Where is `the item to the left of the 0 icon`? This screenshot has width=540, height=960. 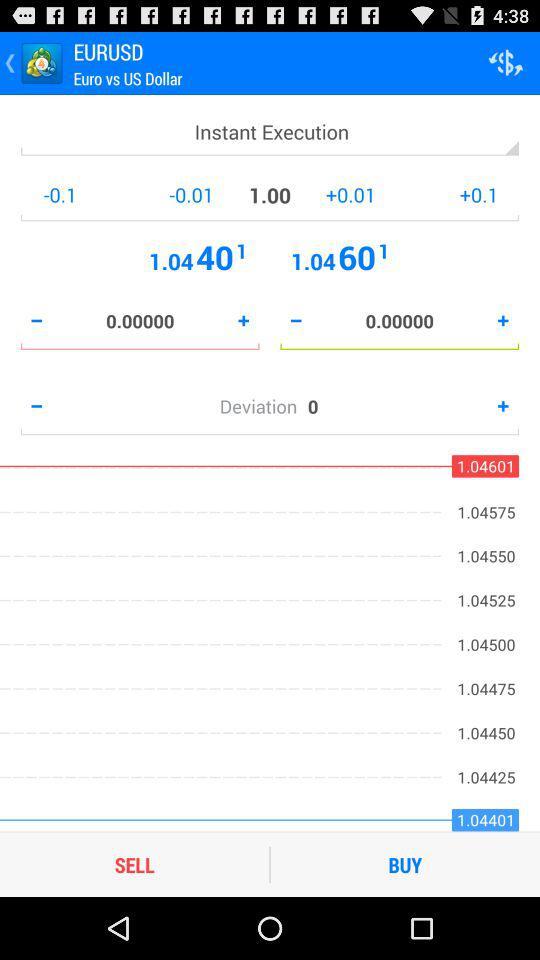
the item to the left of the 0 icon is located at coordinates (263, 405).